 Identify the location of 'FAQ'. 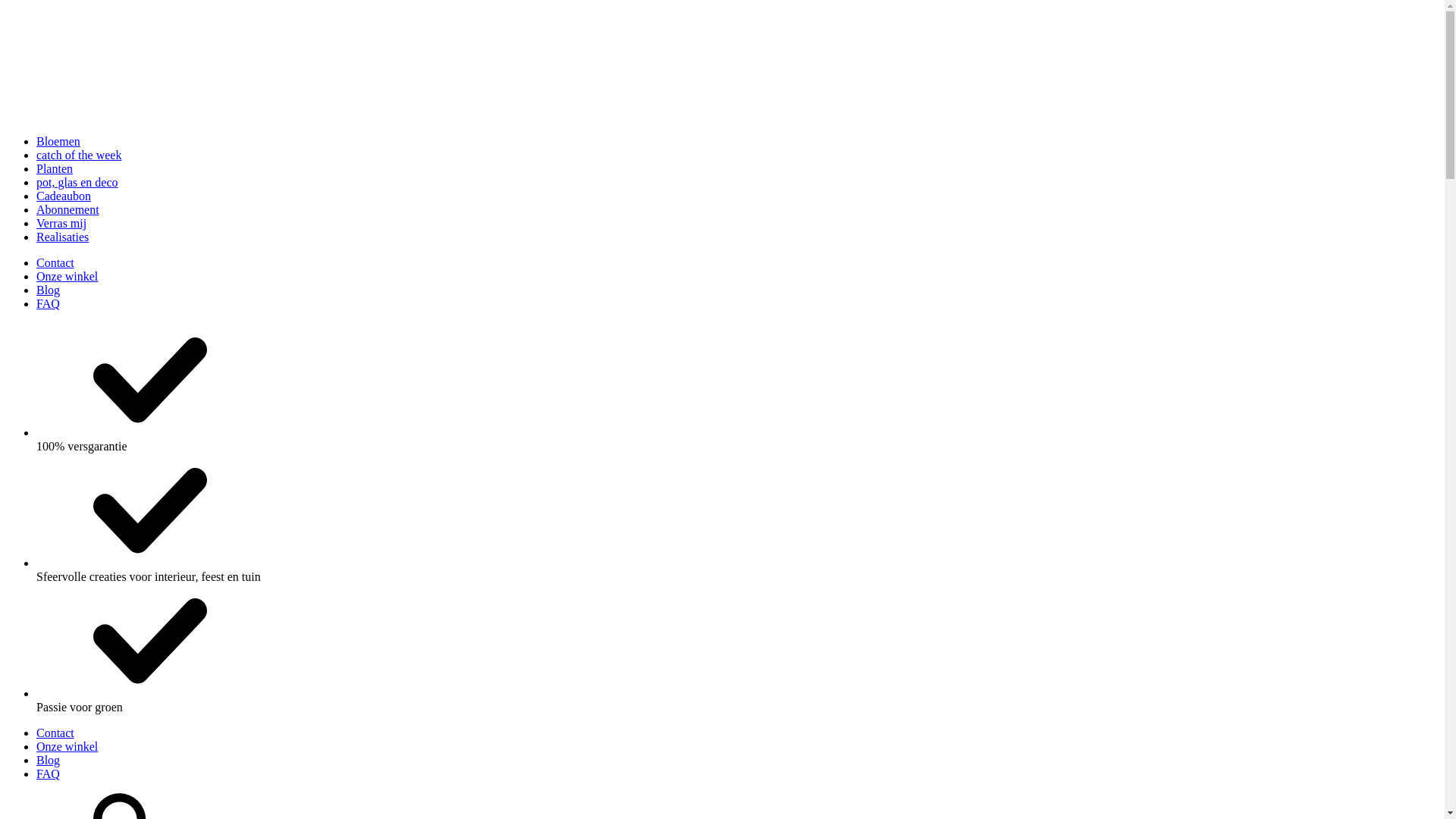
(36, 773).